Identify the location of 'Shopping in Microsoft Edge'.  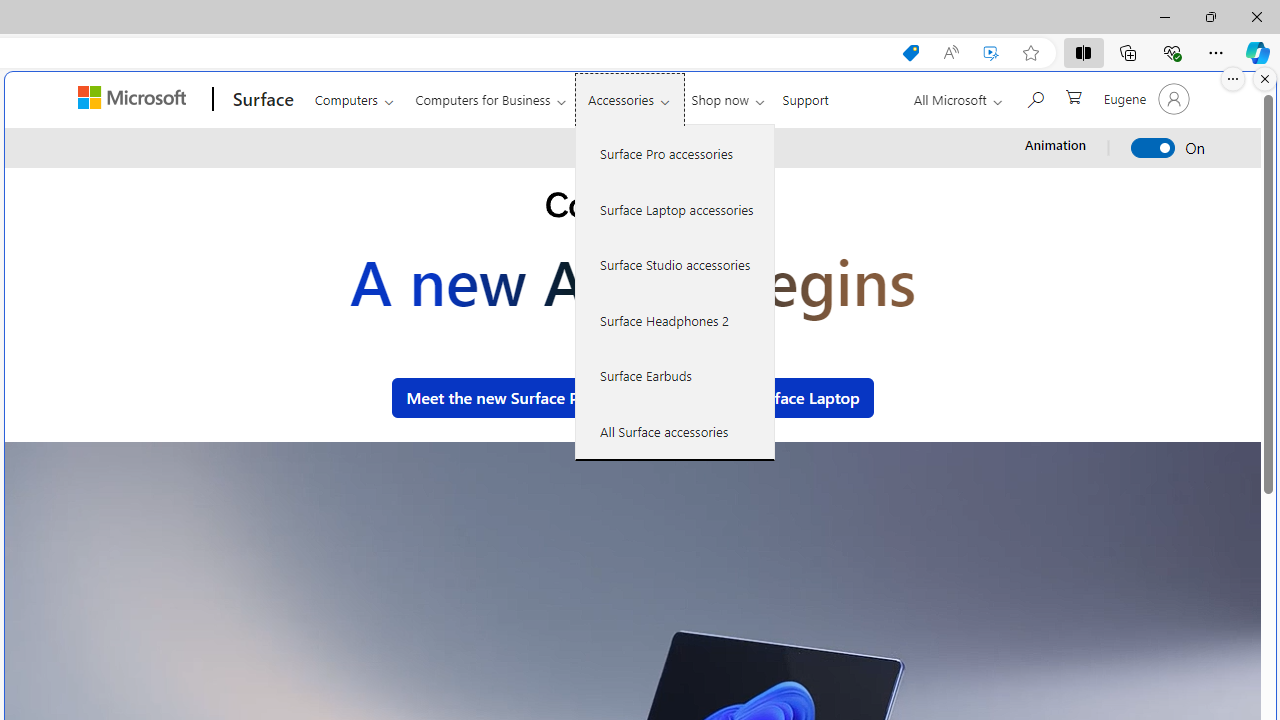
(909, 52).